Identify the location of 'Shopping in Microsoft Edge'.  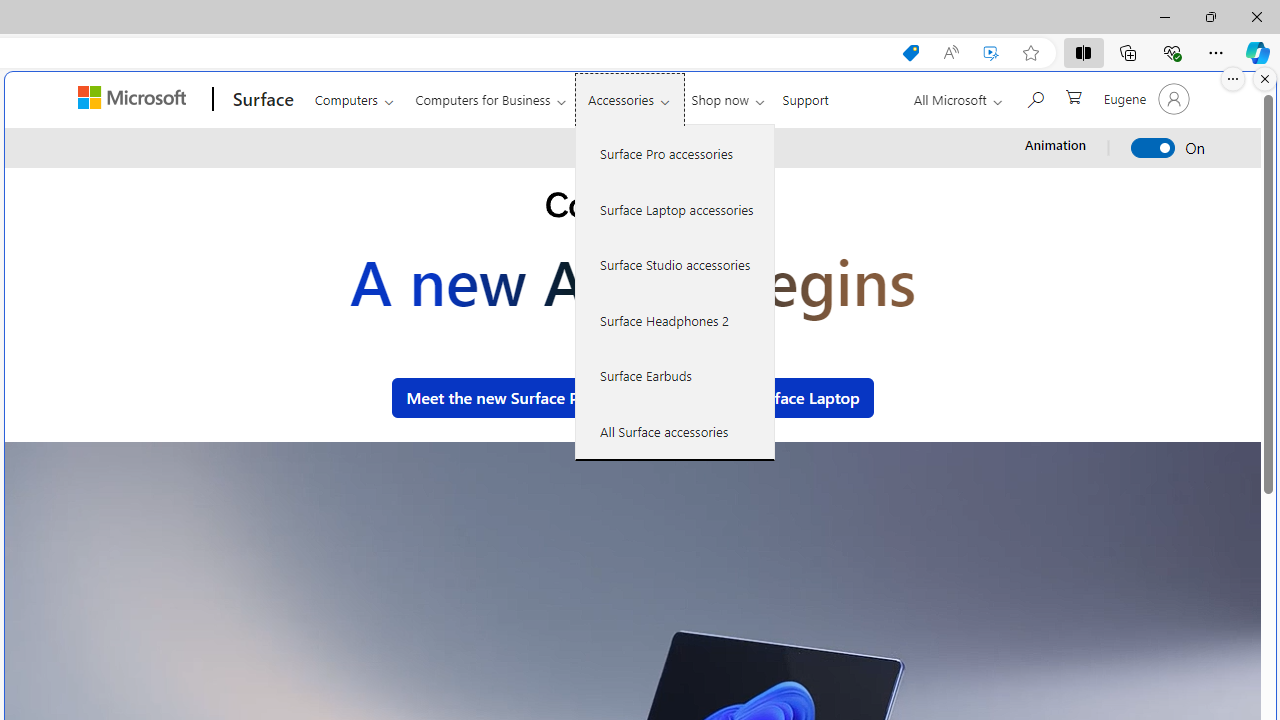
(909, 52).